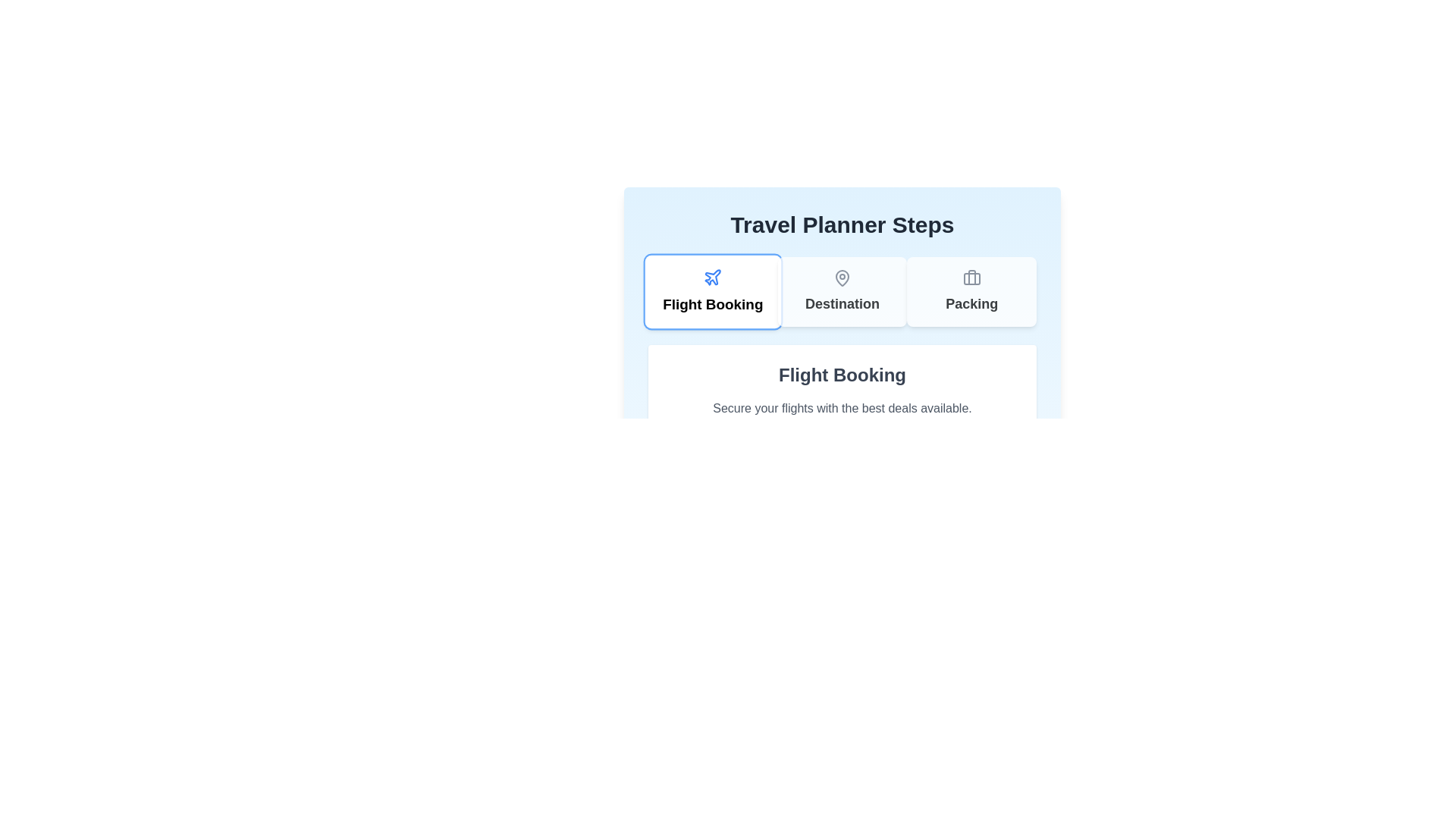 This screenshot has width=1456, height=819. What do you see at coordinates (712, 304) in the screenshot?
I see `text label for the flight booking step, which is located below the airplane icon in the travel planner interface` at bounding box center [712, 304].